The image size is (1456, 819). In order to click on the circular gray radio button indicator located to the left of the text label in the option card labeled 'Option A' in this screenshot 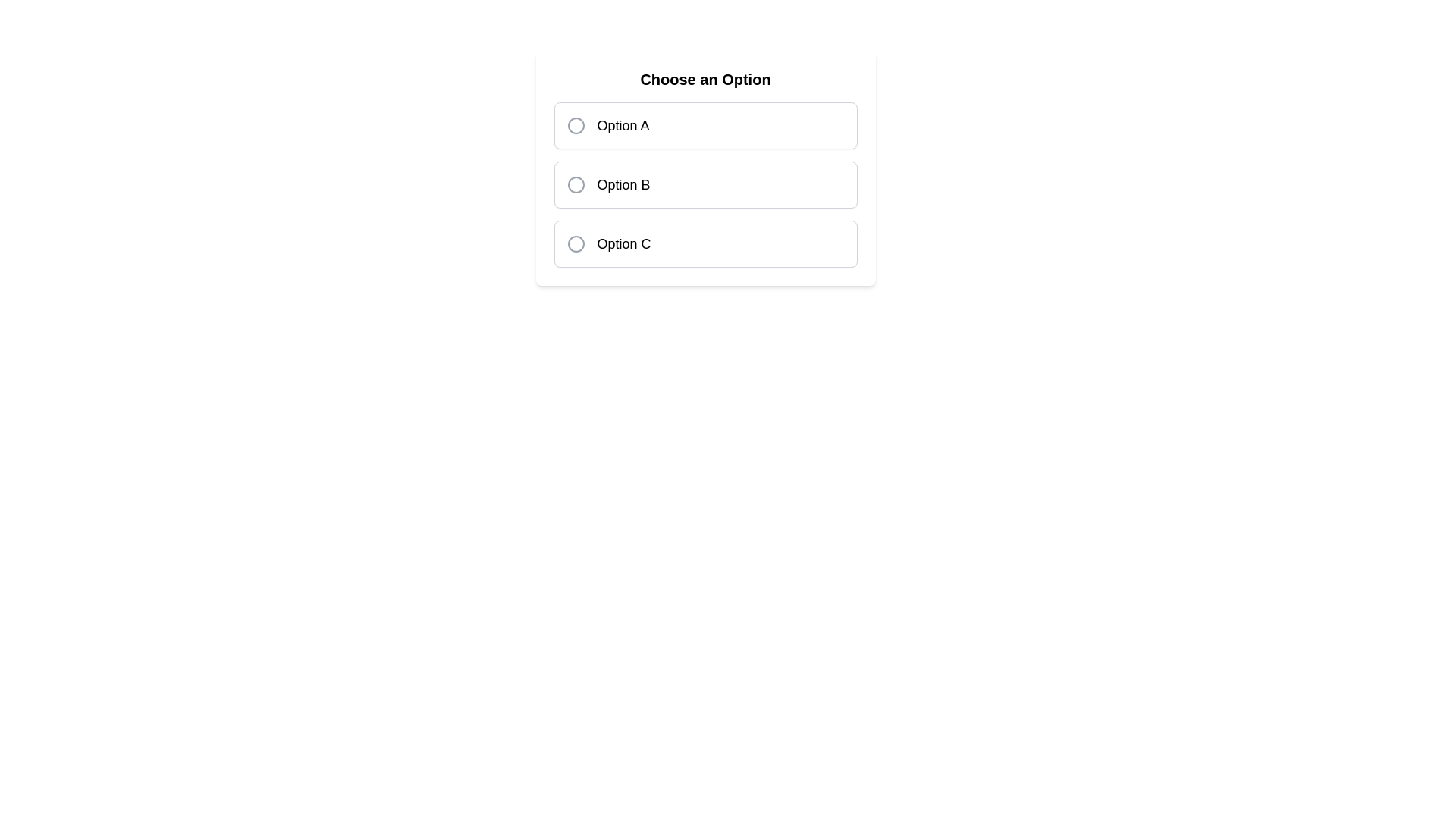, I will do `click(575, 124)`.